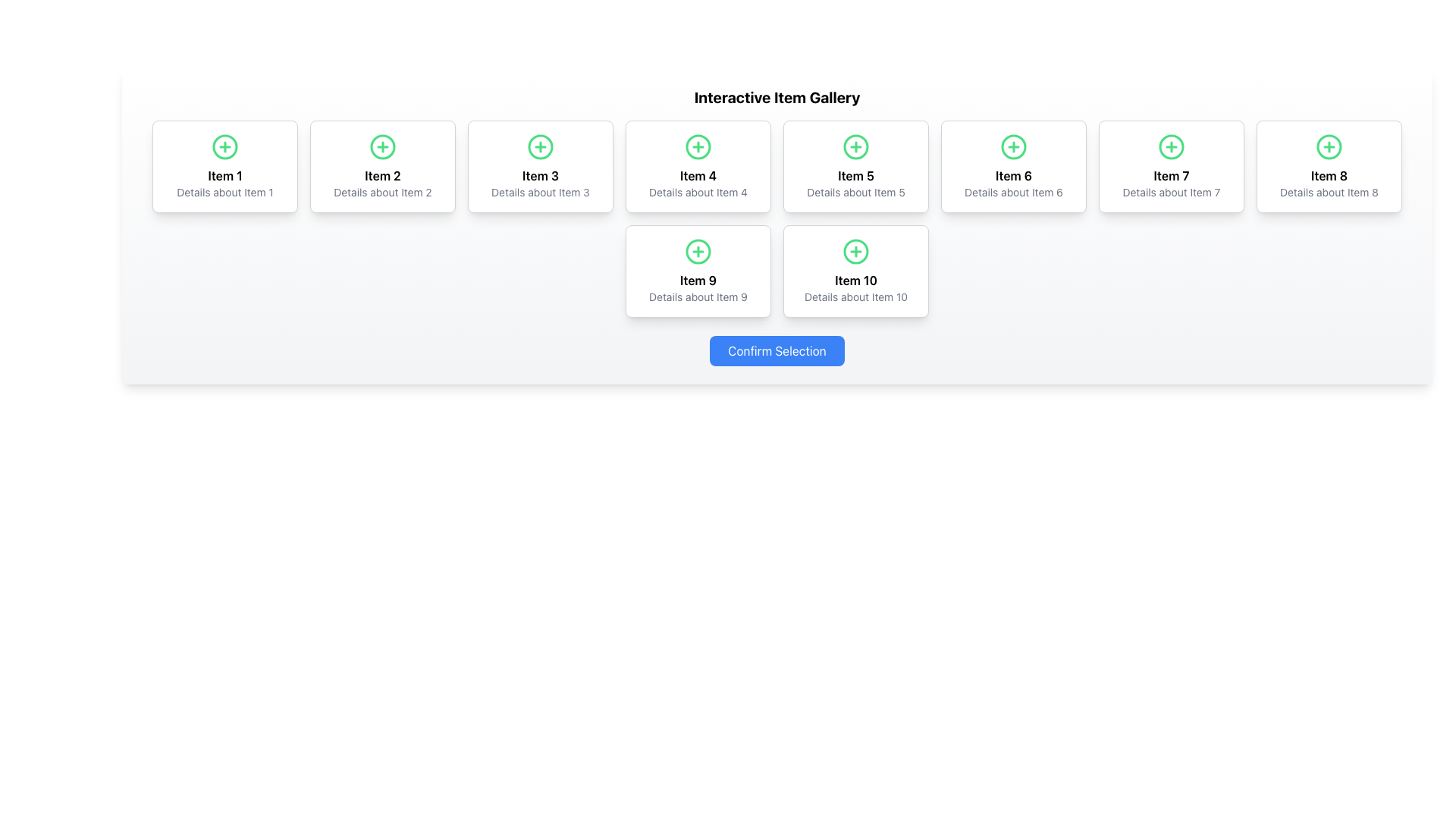 This screenshot has height=819, width=1456. What do you see at coordinates (1014, 146) in the screenshot?
I see `the button located in the top right corner of the box labeled 'Item 6' in the second row of the interface, which signifies an additive action` at bounding box center [1014, 146].